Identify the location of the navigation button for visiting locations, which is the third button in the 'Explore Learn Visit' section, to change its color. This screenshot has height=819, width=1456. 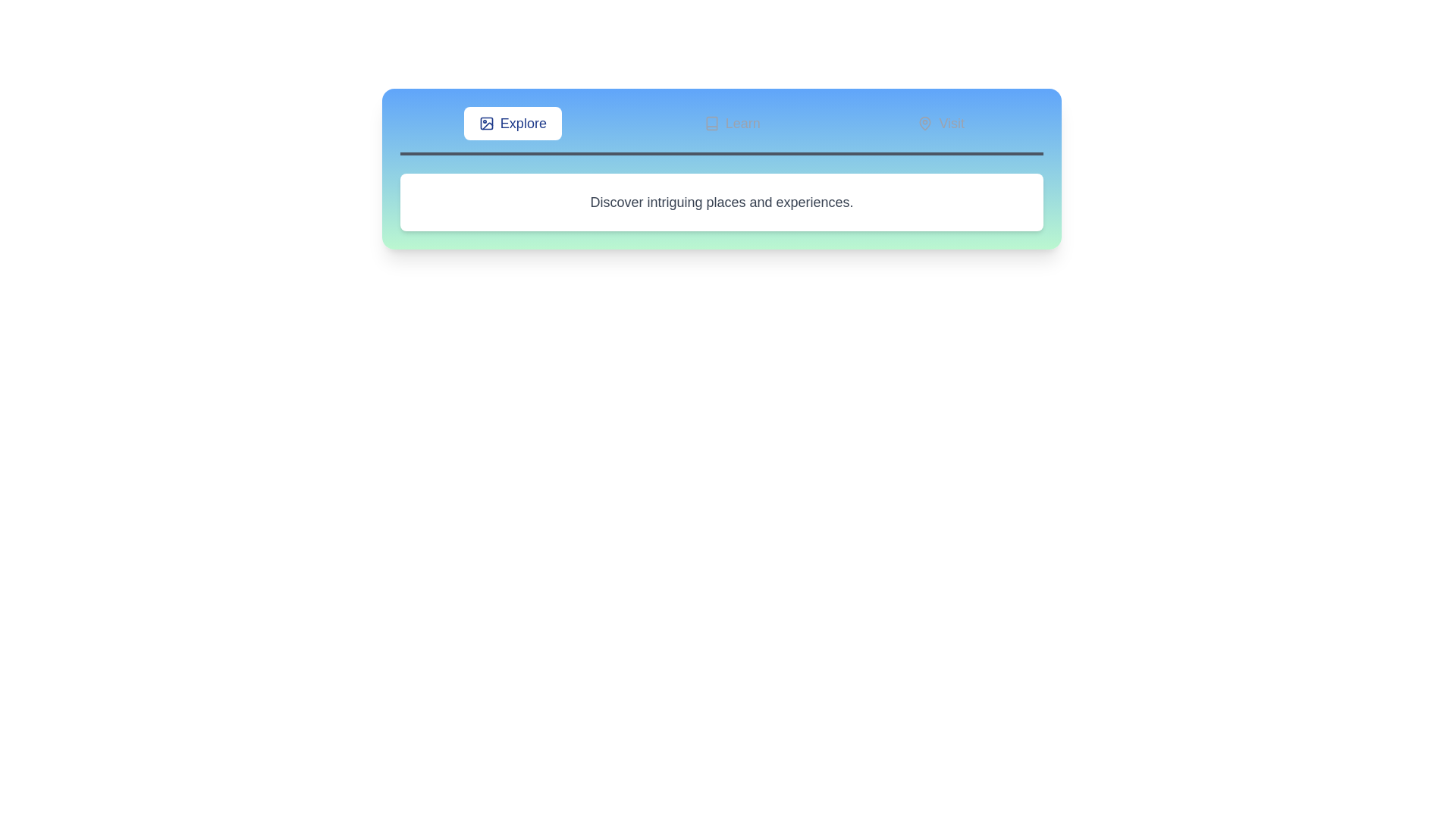
(940, 122).